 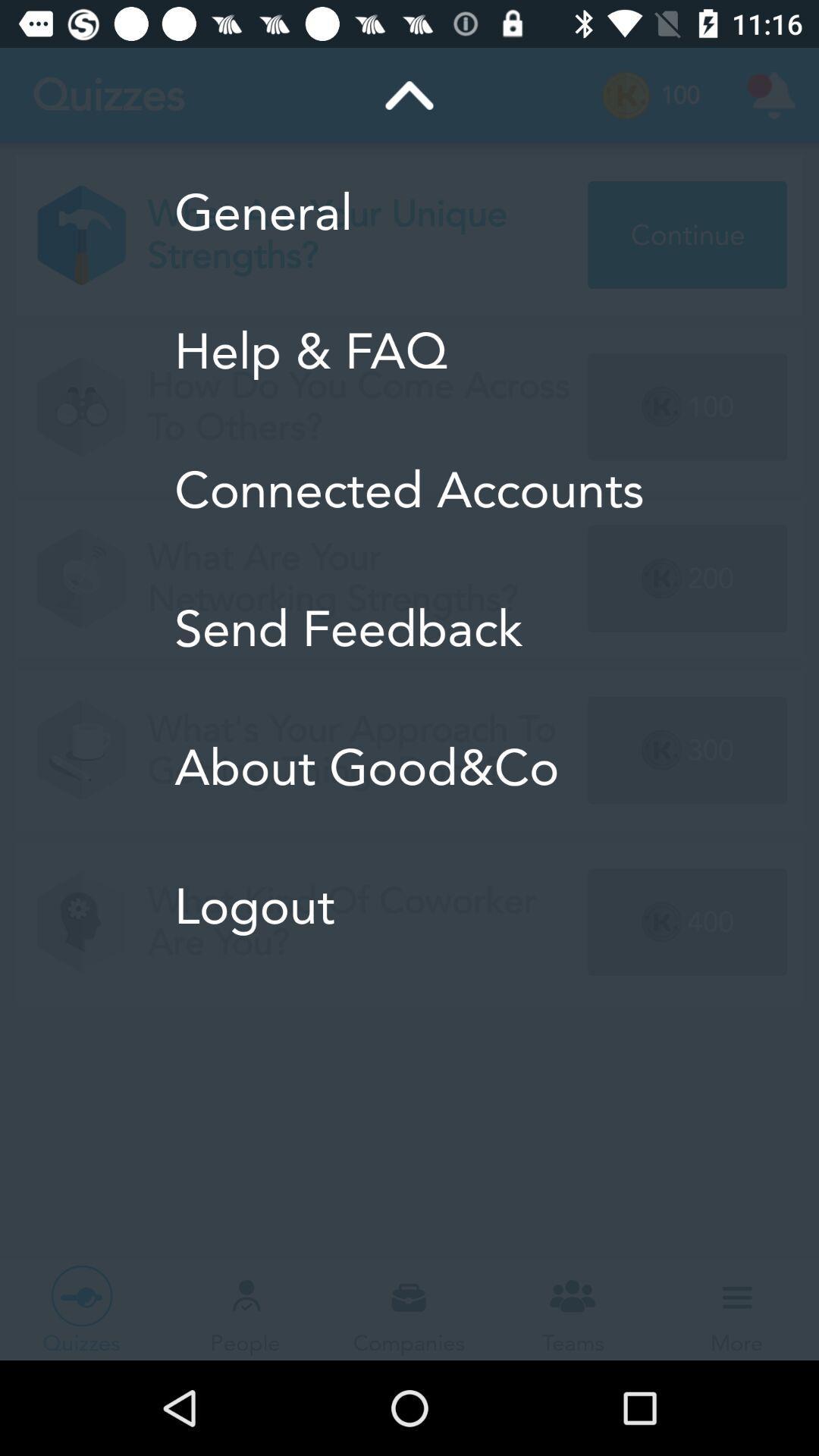 I want to click on connected accounts icon, so click(x=408, y=490).